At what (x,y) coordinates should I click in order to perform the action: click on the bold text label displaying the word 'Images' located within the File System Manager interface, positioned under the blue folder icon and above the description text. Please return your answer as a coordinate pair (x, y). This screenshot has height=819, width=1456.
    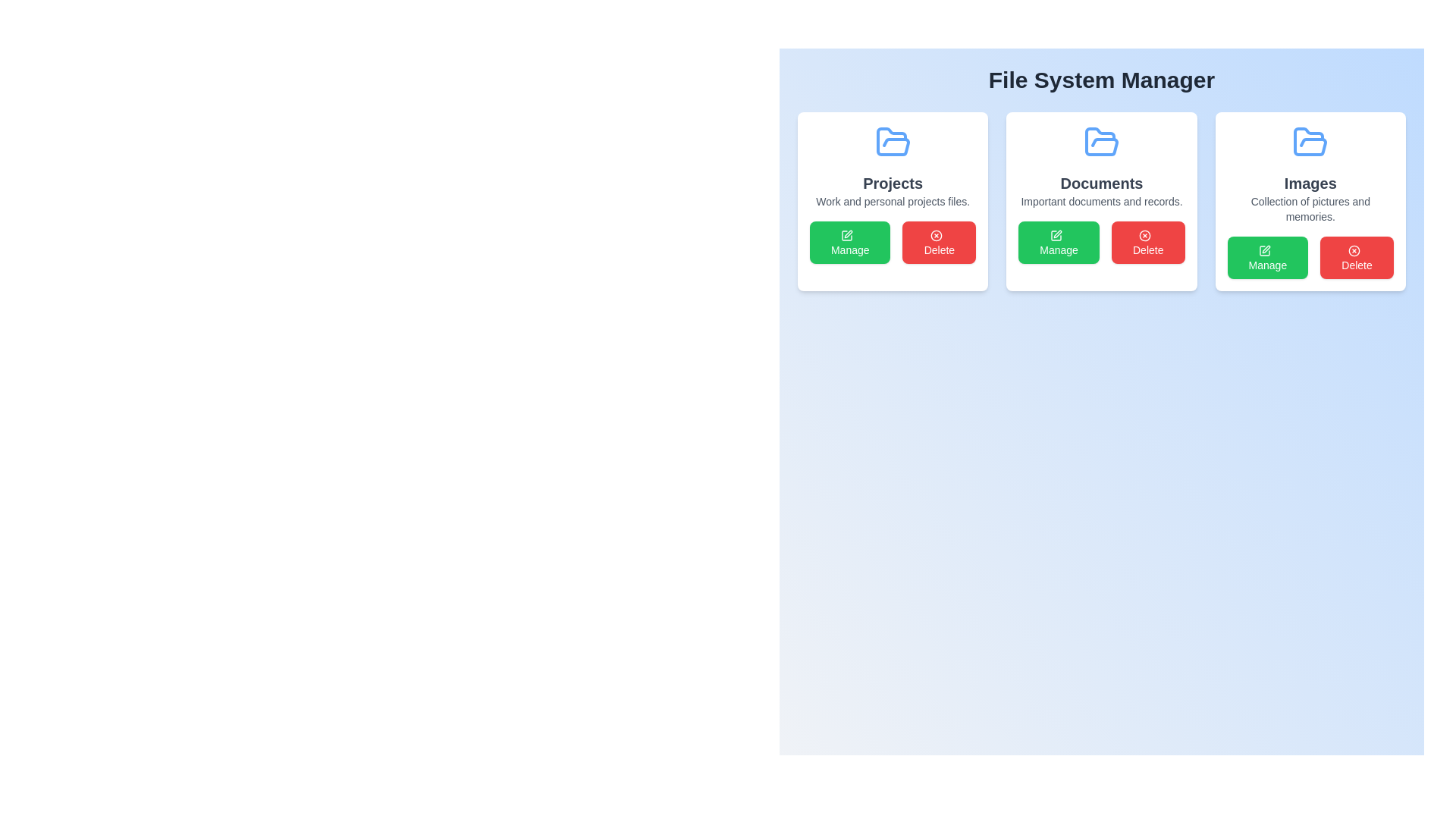
    Looking at the image, I should click on (1310, 183).